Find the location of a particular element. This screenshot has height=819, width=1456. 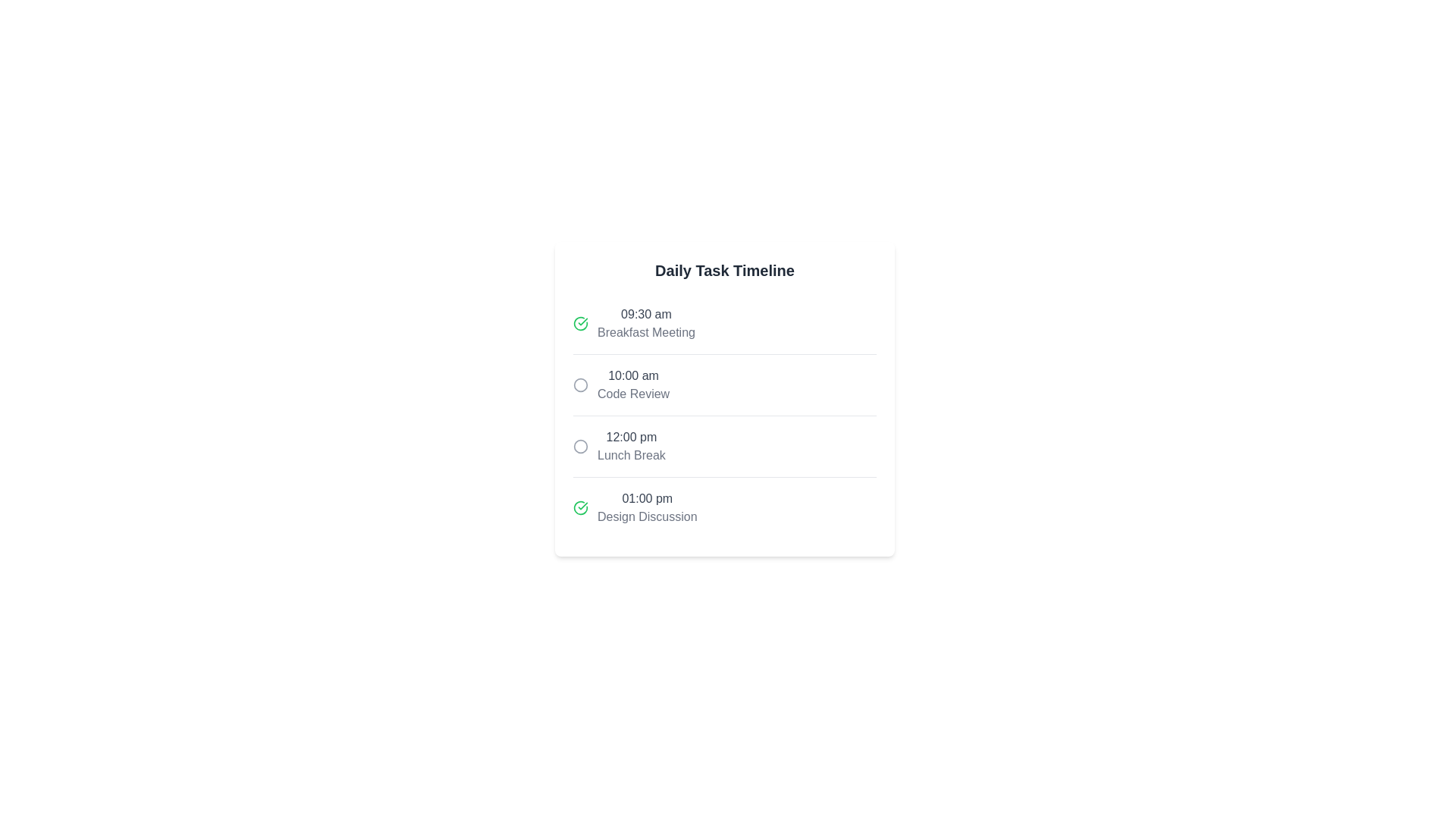

the Text Description Component representing a scheduled event in the timeline, positioned below 'Lunch Break' is located at coordinates (647, 508).